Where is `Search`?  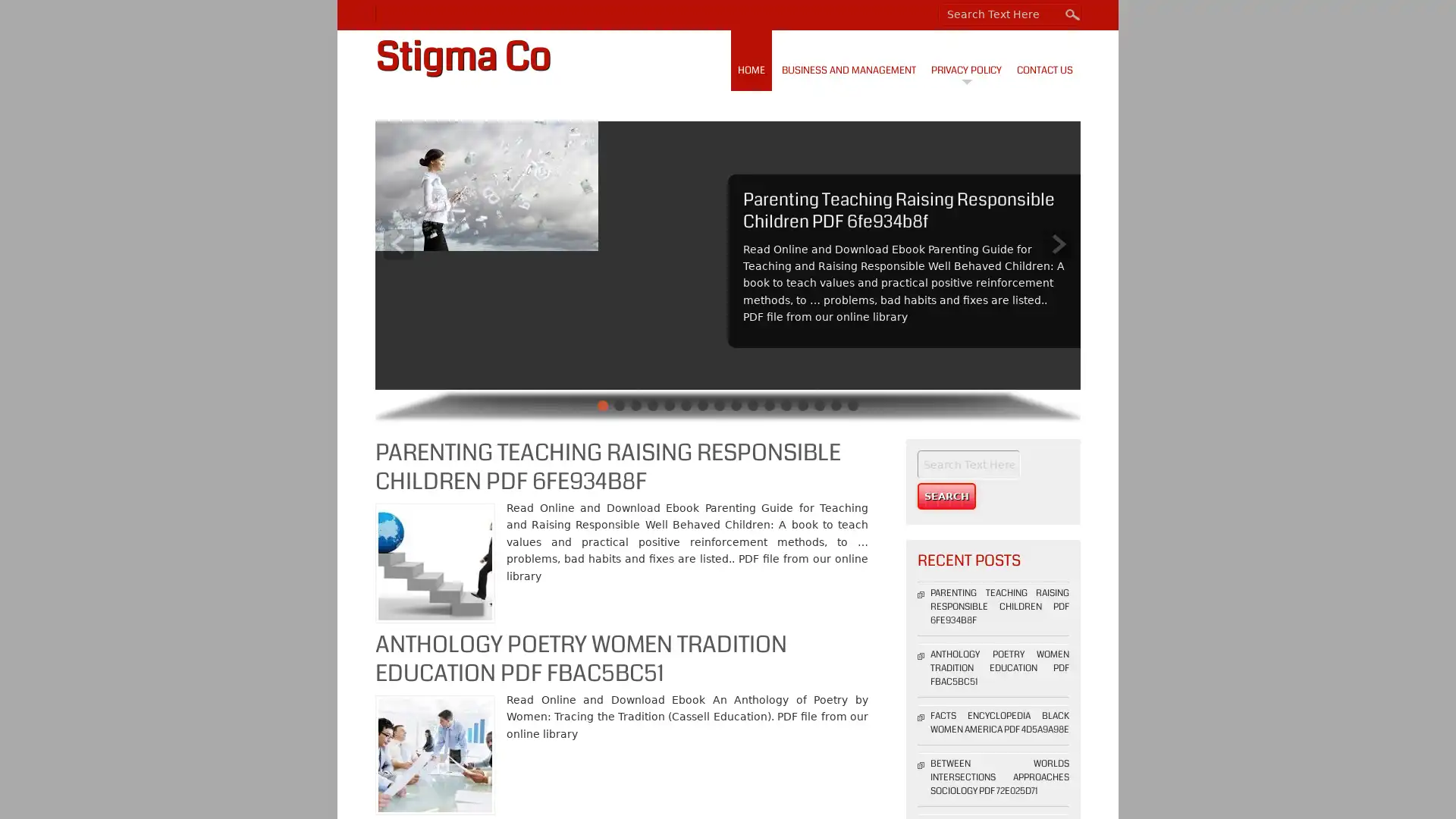 Search is located at coordinates (946, 496).